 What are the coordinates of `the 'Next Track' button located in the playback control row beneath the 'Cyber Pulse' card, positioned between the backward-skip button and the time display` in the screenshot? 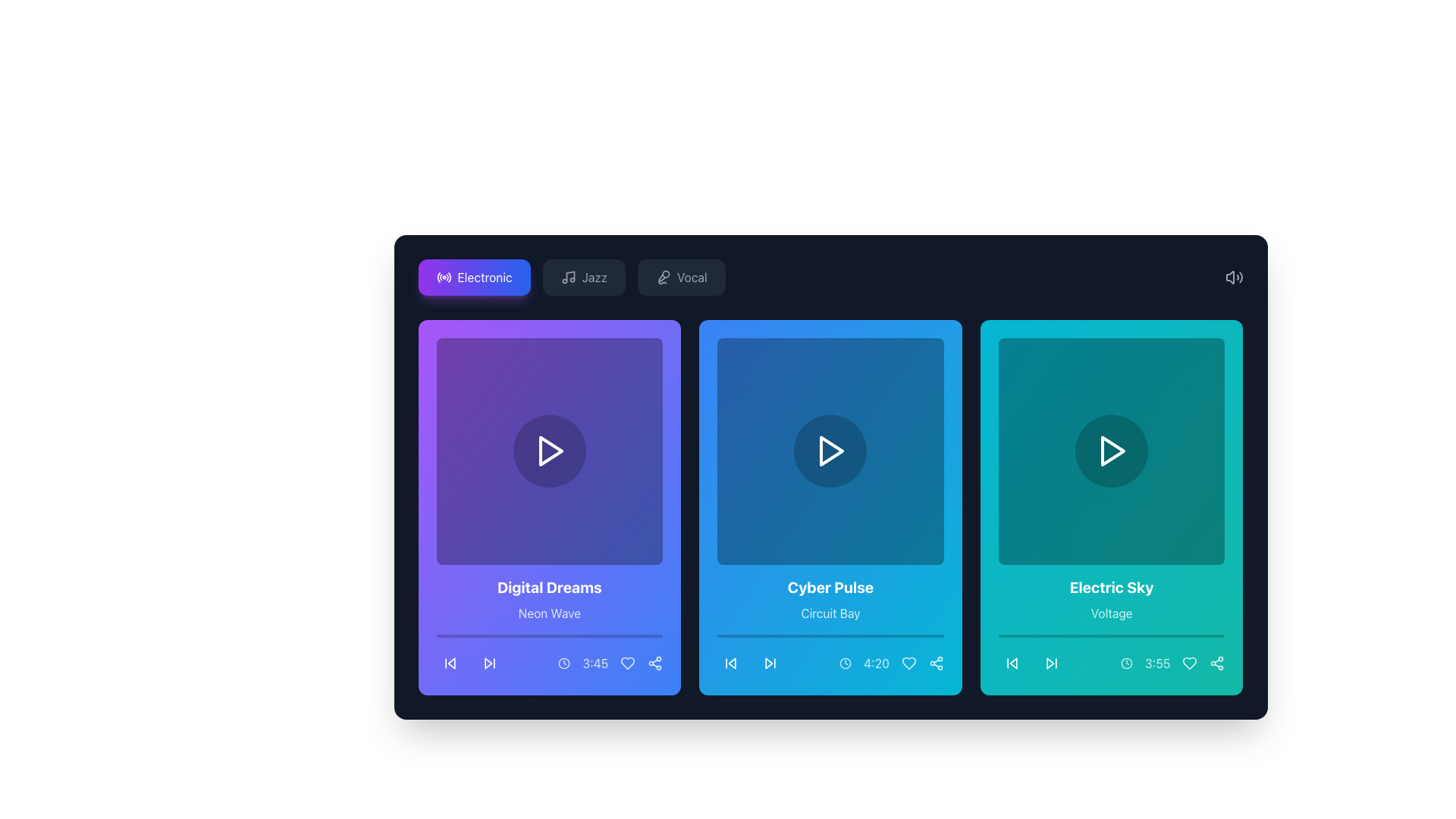 It's located at (770, 662).